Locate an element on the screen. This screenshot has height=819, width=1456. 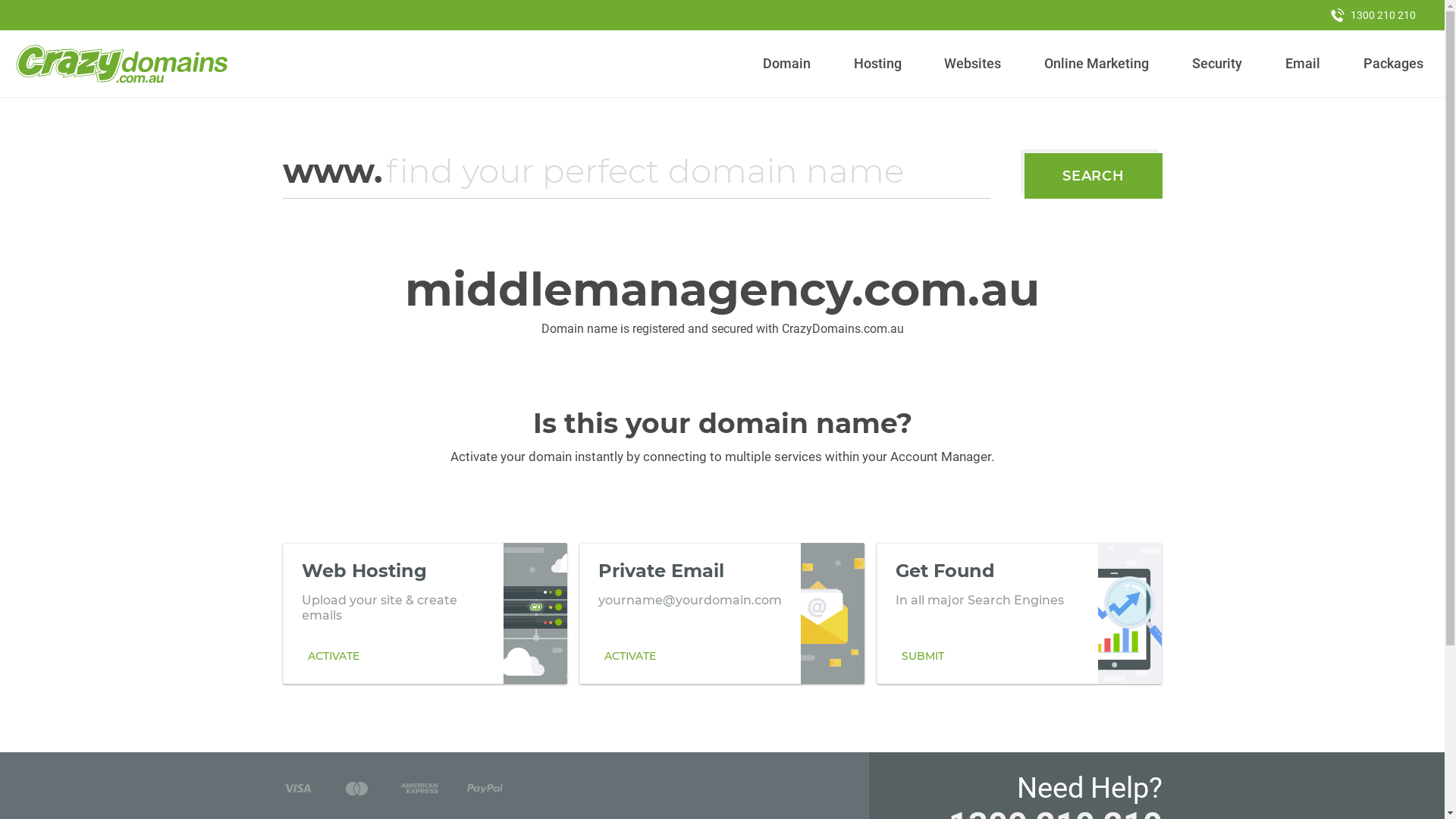
'Security' is located at coordinates (1217, 63).